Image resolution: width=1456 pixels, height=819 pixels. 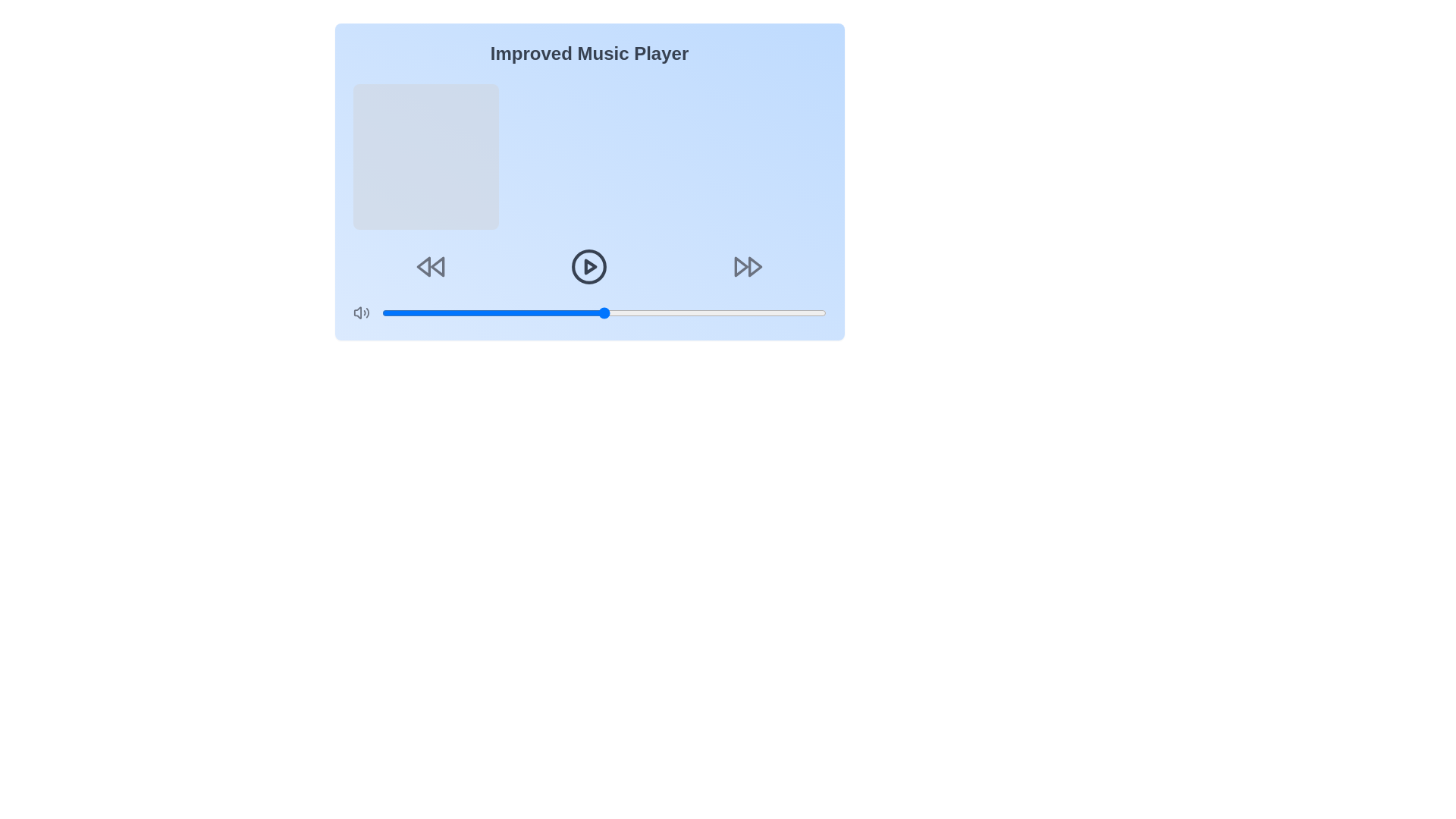 What do you see at coordinates (588, 265) in the screenshot?
I see `the circular play button with a dark gray play icon, which is centrally located within the playback controls to play the media` at bounding box center [588, 265].